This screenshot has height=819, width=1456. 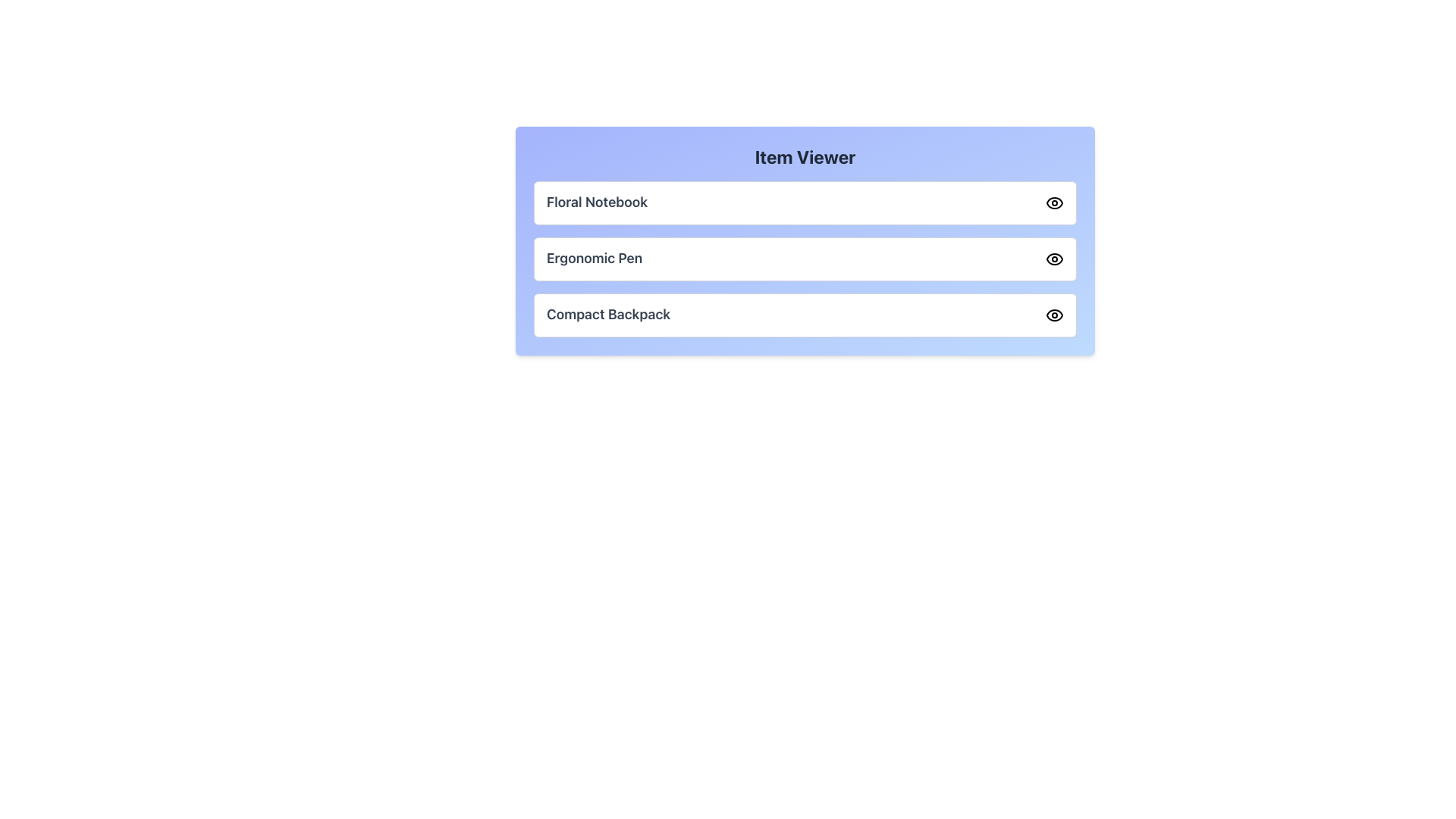 What do you see at coordinates (608, 315) in the screenshot?
I see `the static text label displaying 'Compact Backpack', which is located in the third row of the 'Item Viewer' section, above the 'eye' icon` at bounding box center [608, 315].